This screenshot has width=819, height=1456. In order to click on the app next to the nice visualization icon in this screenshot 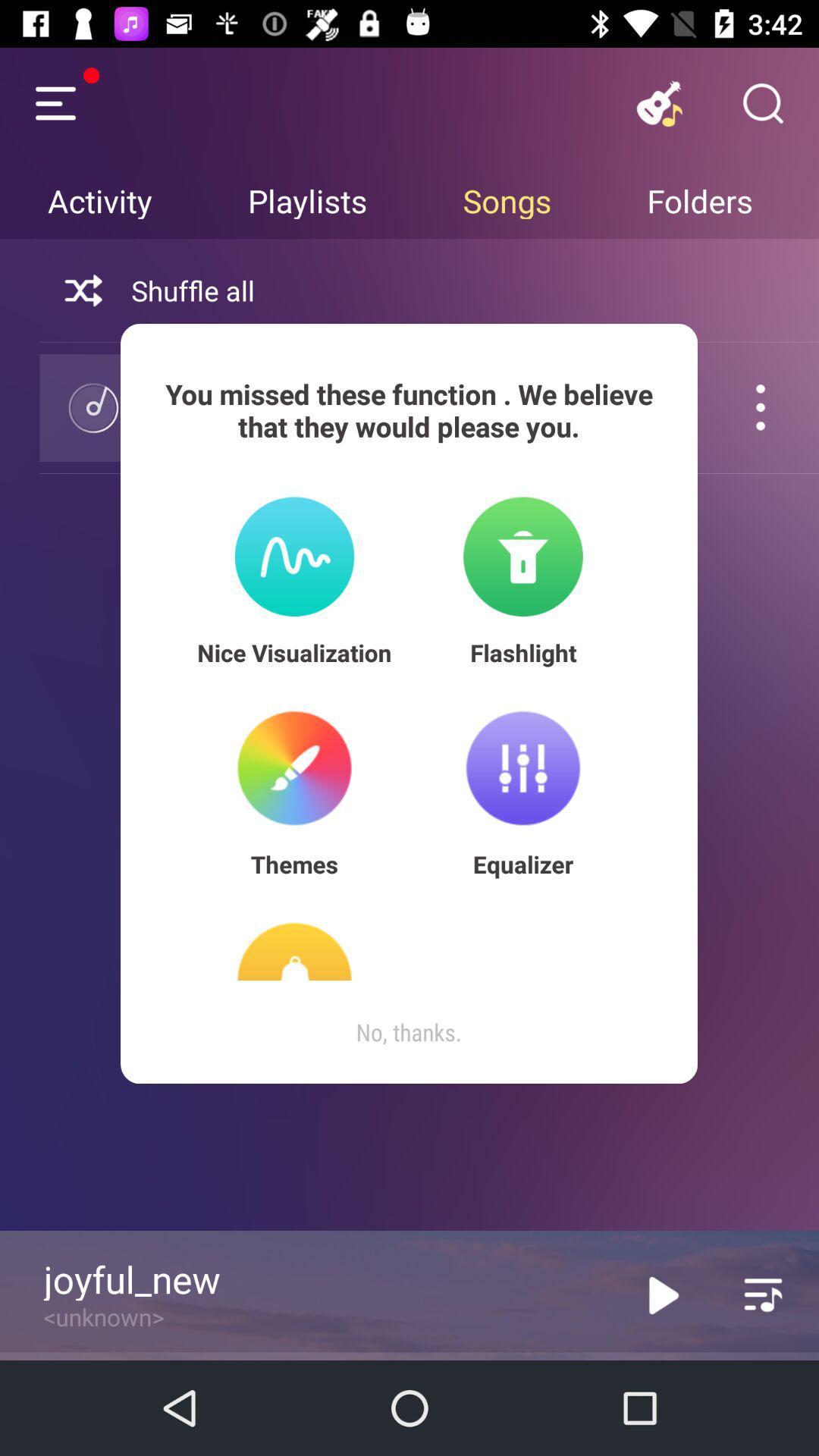, I will do `click(522, 652)`.